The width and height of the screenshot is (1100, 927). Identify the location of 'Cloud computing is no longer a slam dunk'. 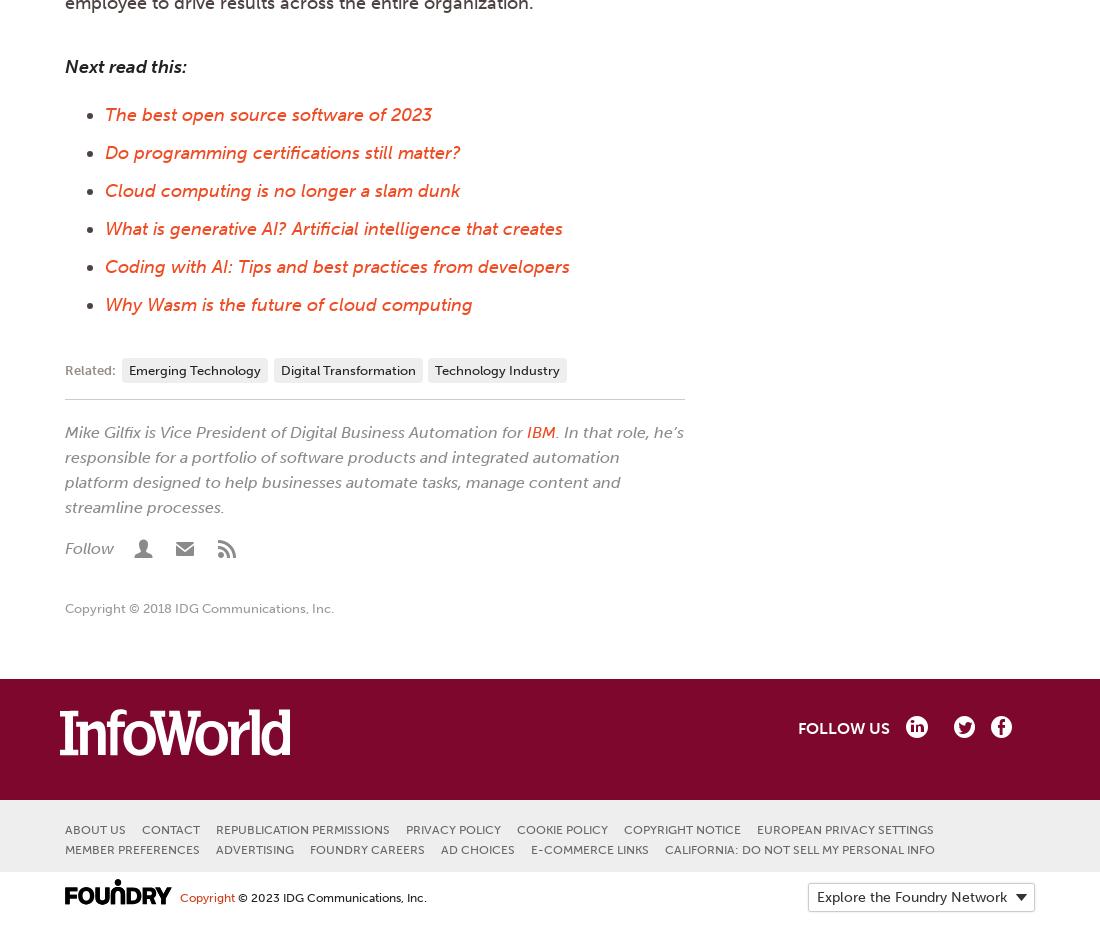
(281, 190).